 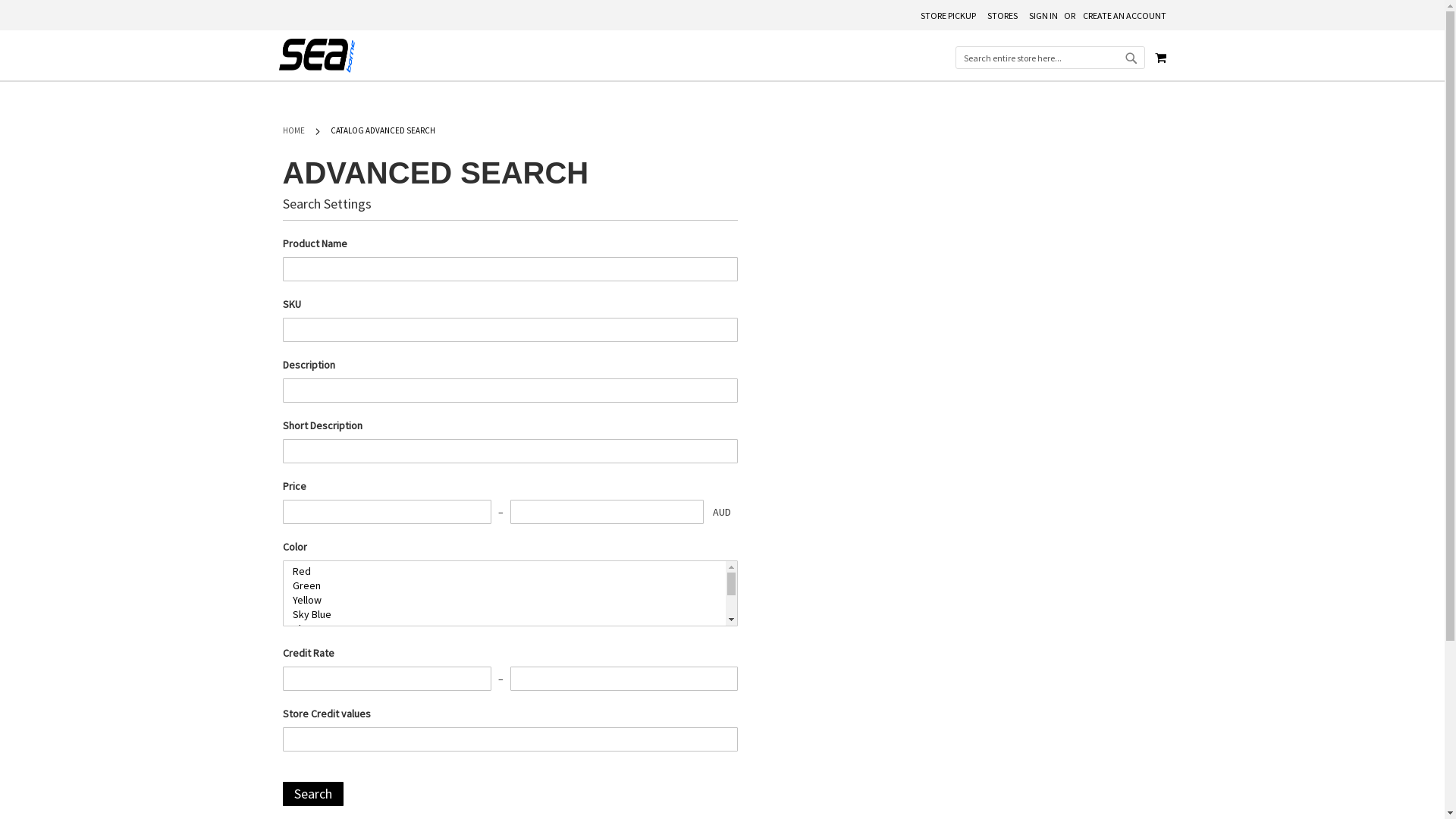 What do you see at coordinates (920, 16) in the screenshot?
I see `'STORE PICKUP'` at bounding box center [920, 16].